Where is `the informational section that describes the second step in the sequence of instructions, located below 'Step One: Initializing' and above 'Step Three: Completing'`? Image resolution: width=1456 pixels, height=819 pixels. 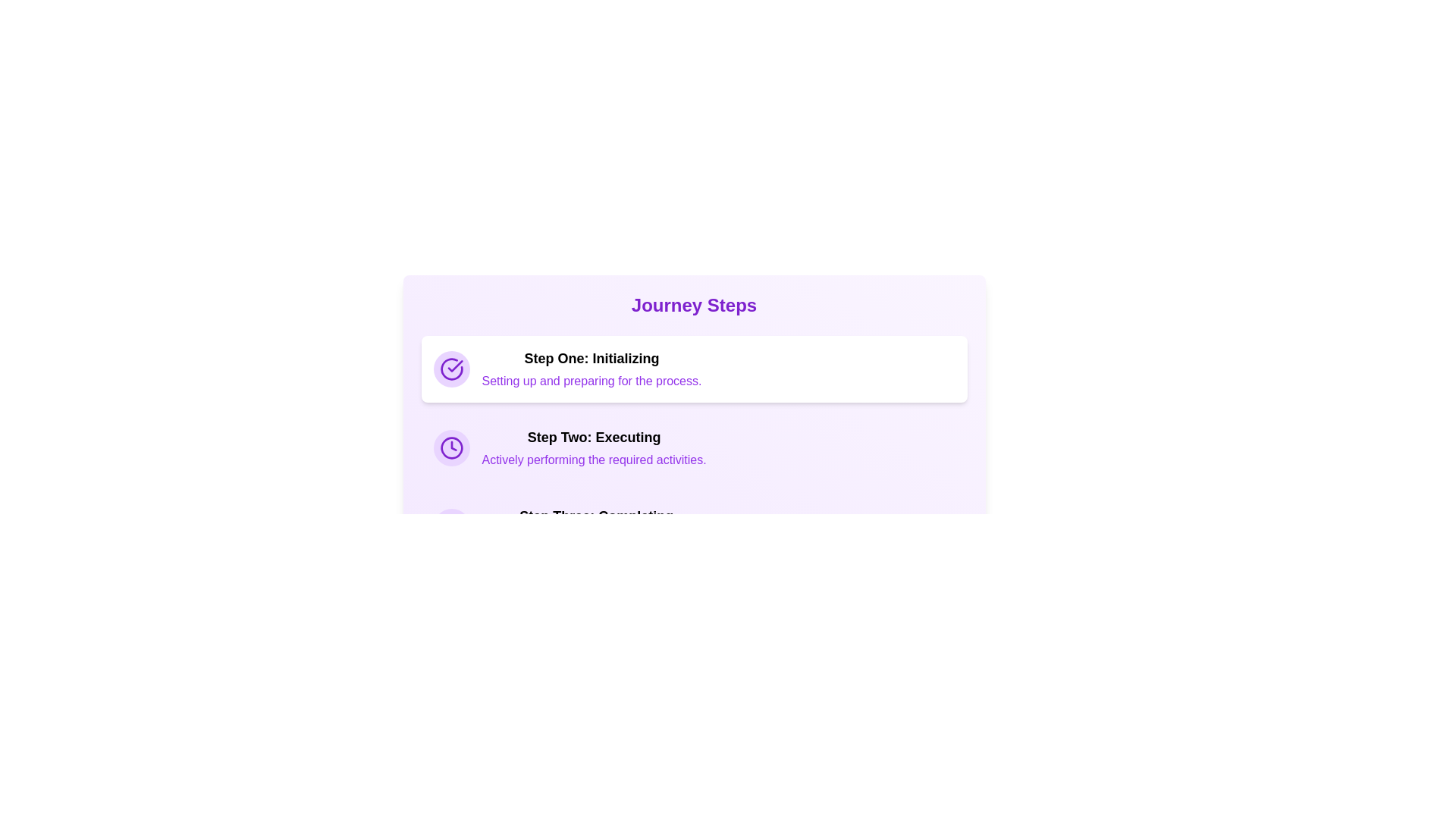 the informational section that describes the second step in the sequence of instructions, located below 'Step One: Initializing' and above 'Step Three: Completing' is located at coordinates (693, 447).